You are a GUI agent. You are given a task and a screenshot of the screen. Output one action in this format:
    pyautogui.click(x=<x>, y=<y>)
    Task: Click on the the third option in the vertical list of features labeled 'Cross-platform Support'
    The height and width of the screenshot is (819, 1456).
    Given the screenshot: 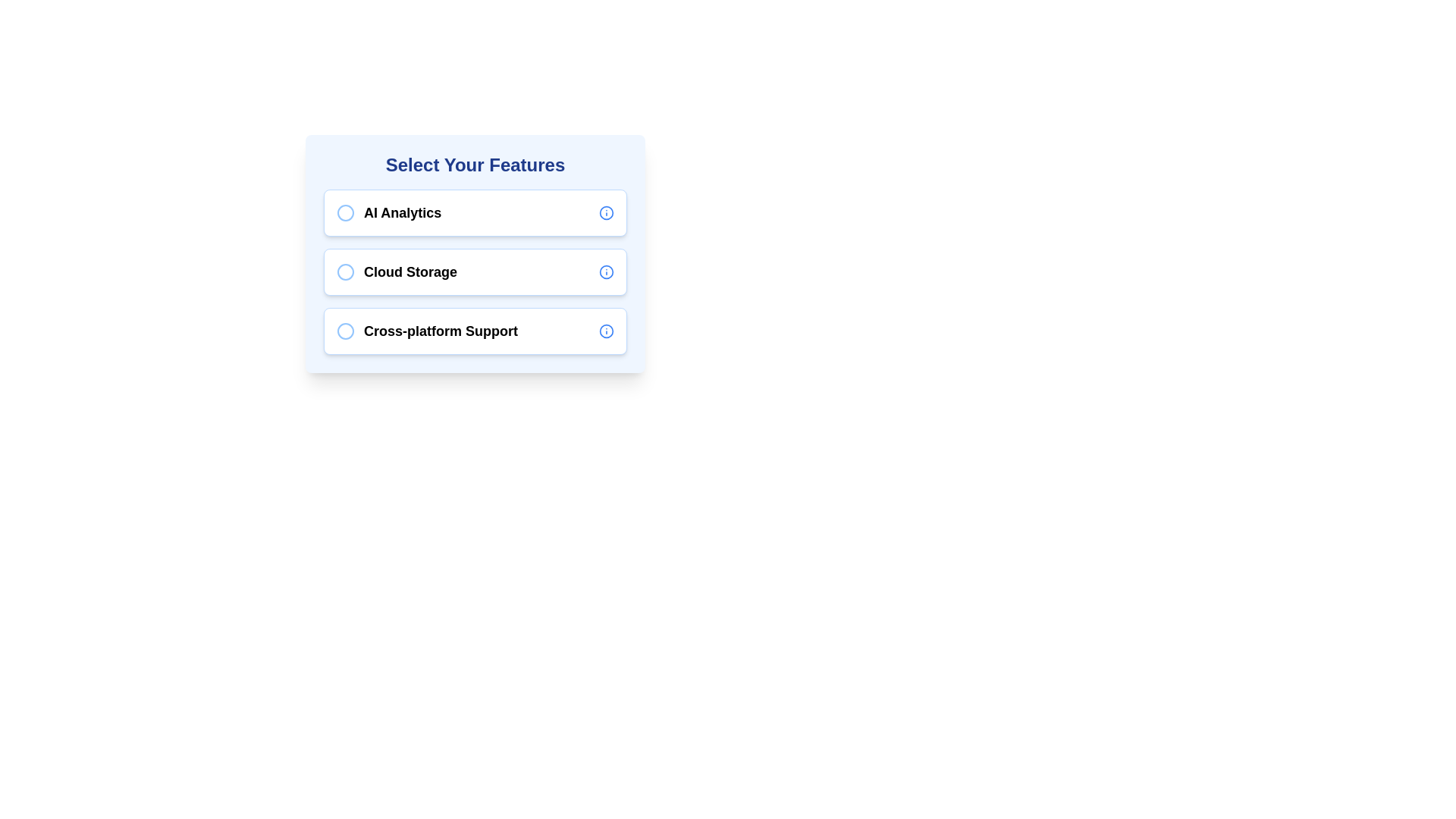 What is the action you would take?
    pyautogui.click(x=475, y=330)
    